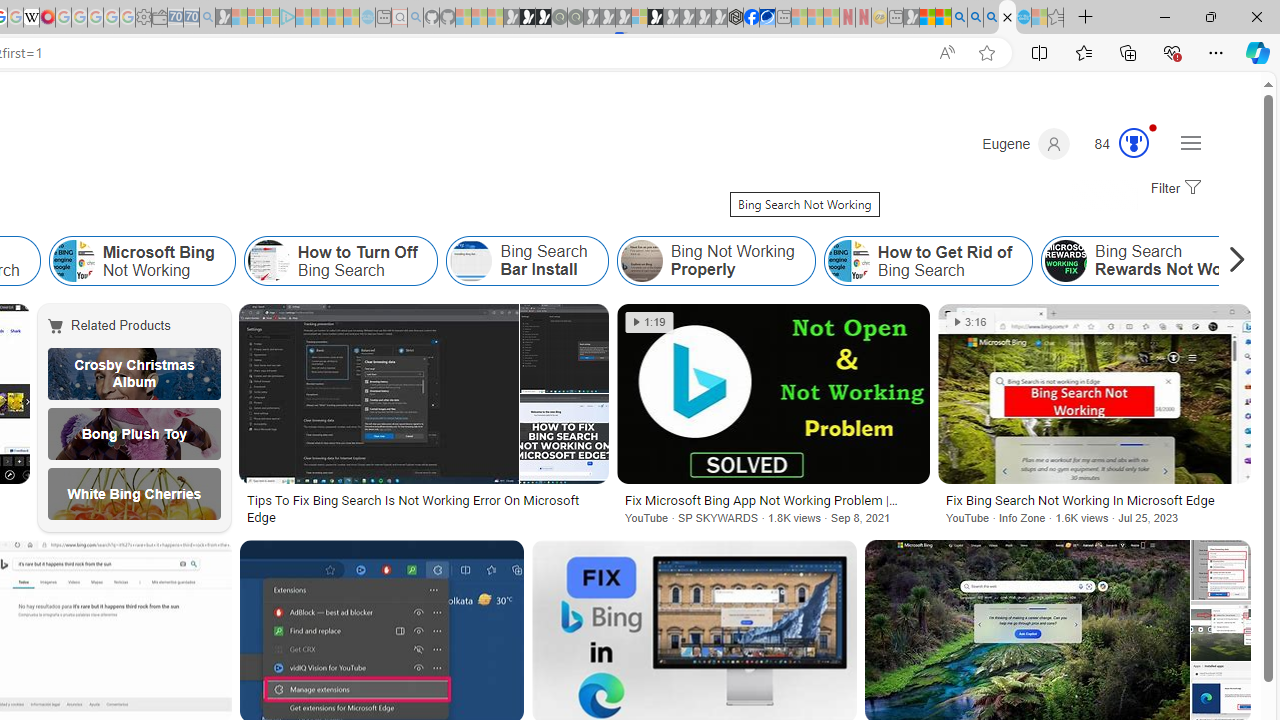 The width and height of the screenshot is (1280, 720). What do you see at coordinates (134, 433) in the screenshot?
I see `'Bong Plush Toy'` at bounding box center [134, 433].